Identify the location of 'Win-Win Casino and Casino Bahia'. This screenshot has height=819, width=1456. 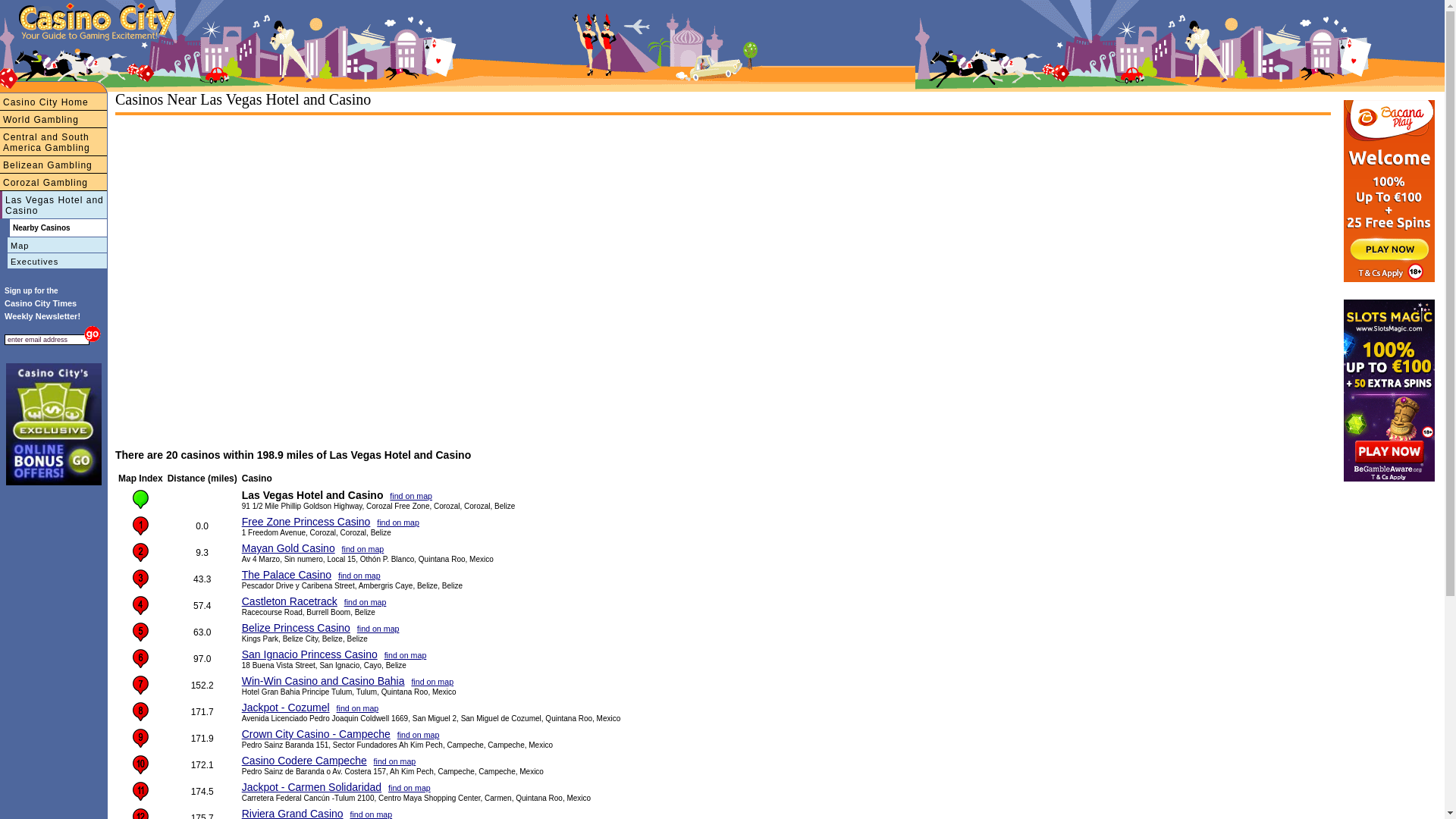
(240, 680).